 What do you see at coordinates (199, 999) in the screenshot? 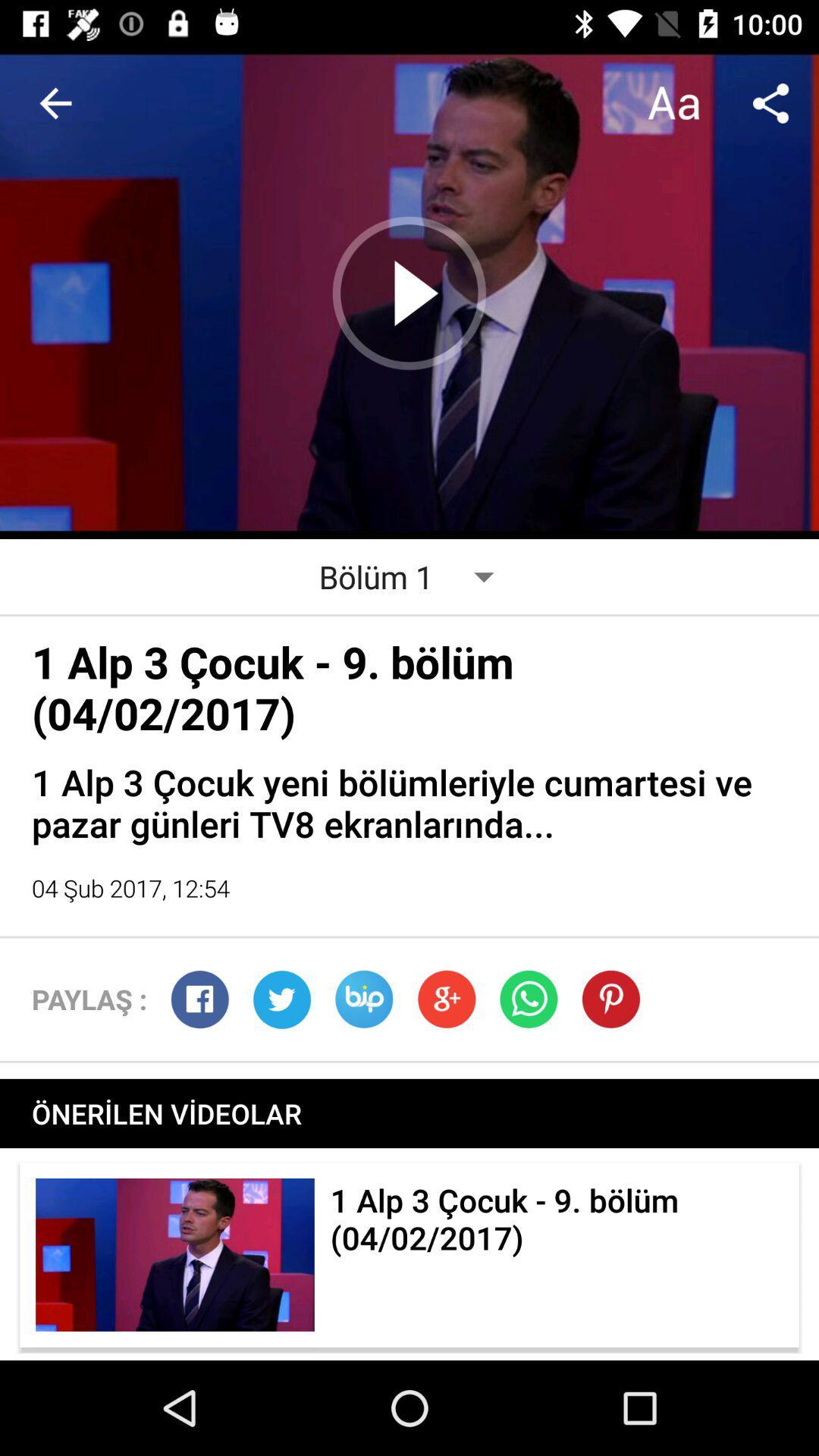
I see `the facebook icon` at bounding box center [199, 999].